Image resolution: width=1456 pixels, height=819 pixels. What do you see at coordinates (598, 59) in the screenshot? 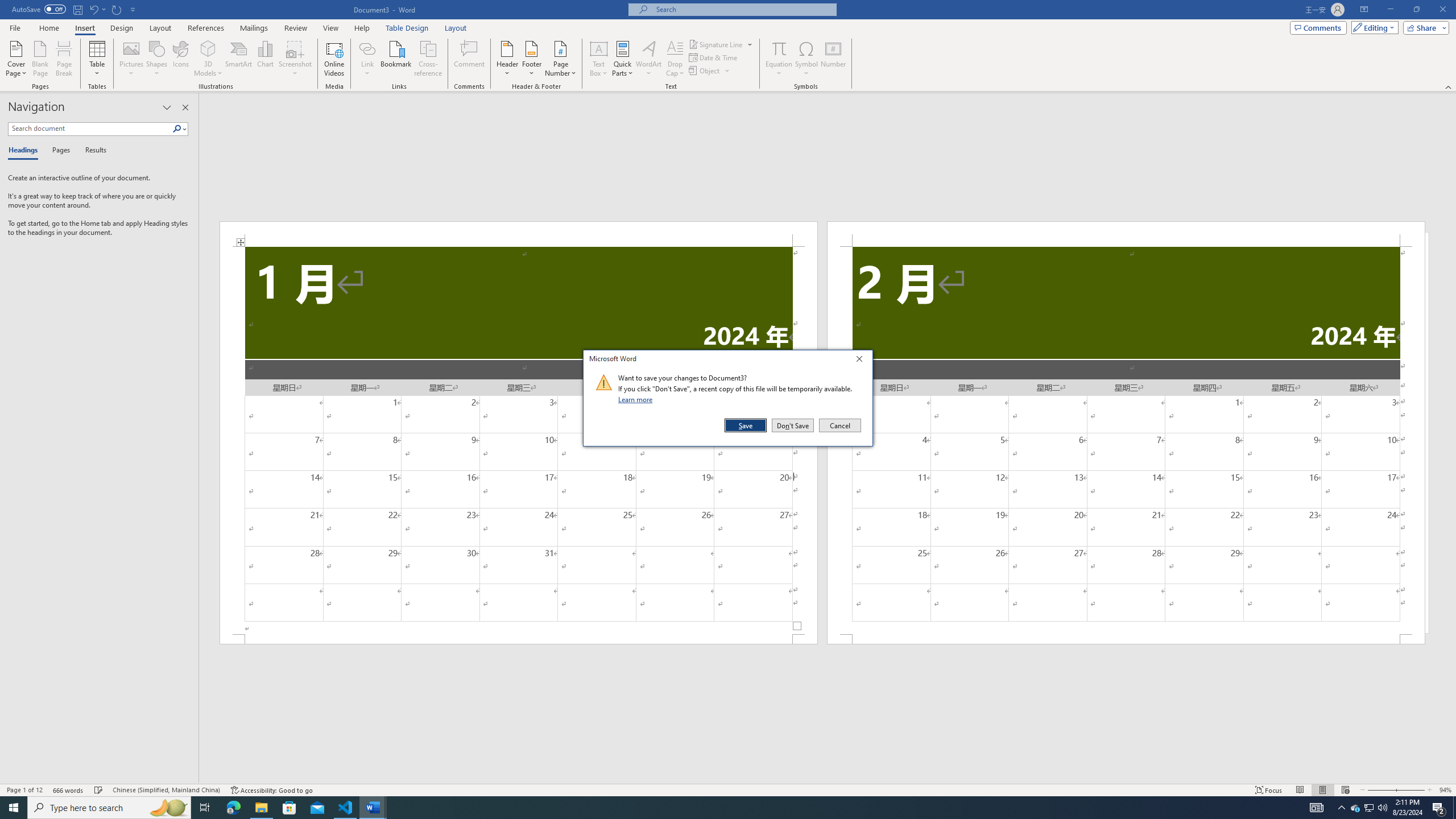
I see `'Text Box'` at bounding box center [598, 59].